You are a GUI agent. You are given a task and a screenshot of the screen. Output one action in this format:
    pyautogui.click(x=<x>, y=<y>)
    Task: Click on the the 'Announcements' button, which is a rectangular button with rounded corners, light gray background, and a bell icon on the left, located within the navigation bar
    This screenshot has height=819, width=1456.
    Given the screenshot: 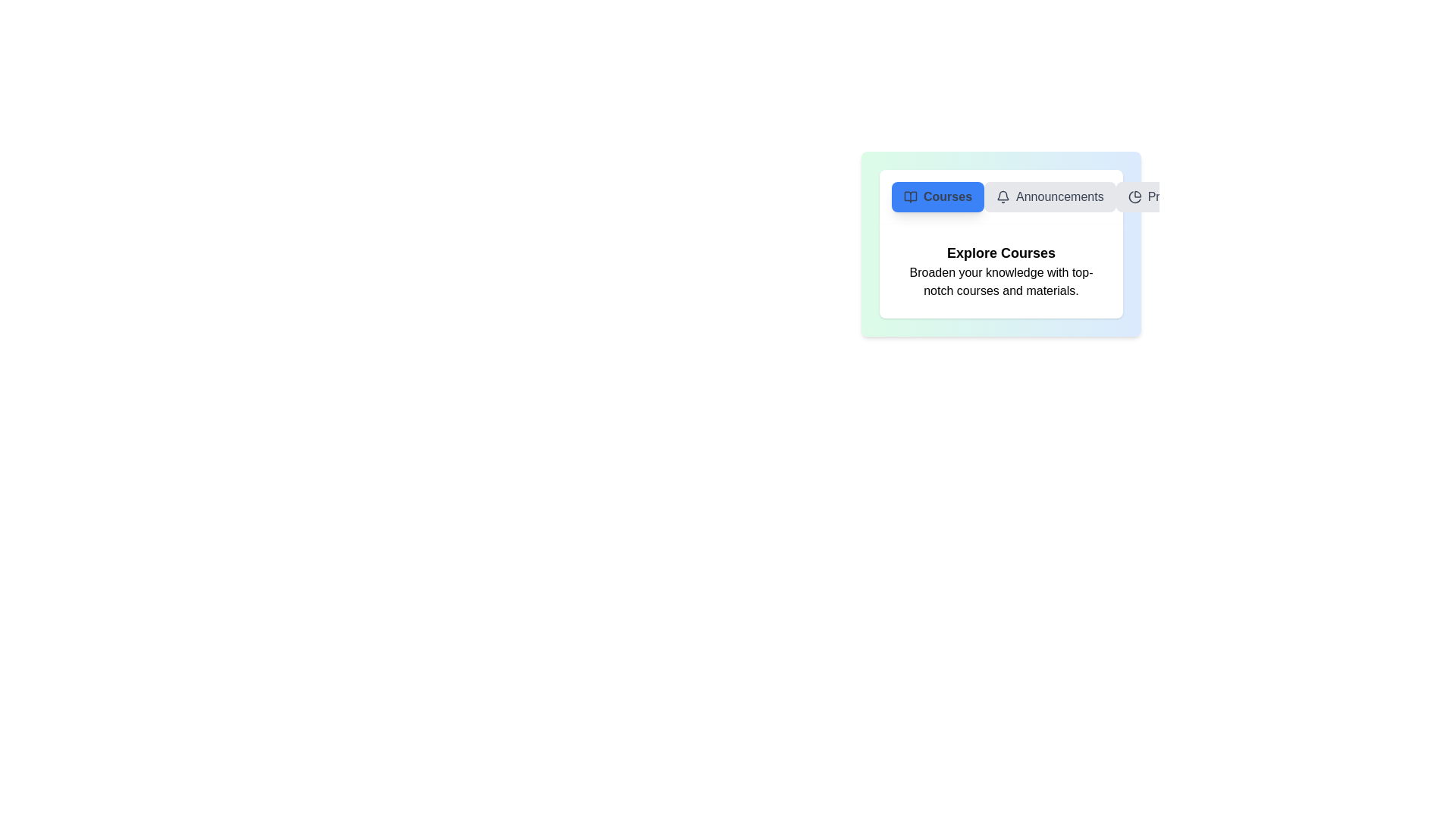 What is the action you would take?
    pyautogui.click(x=1049, y=196)
    